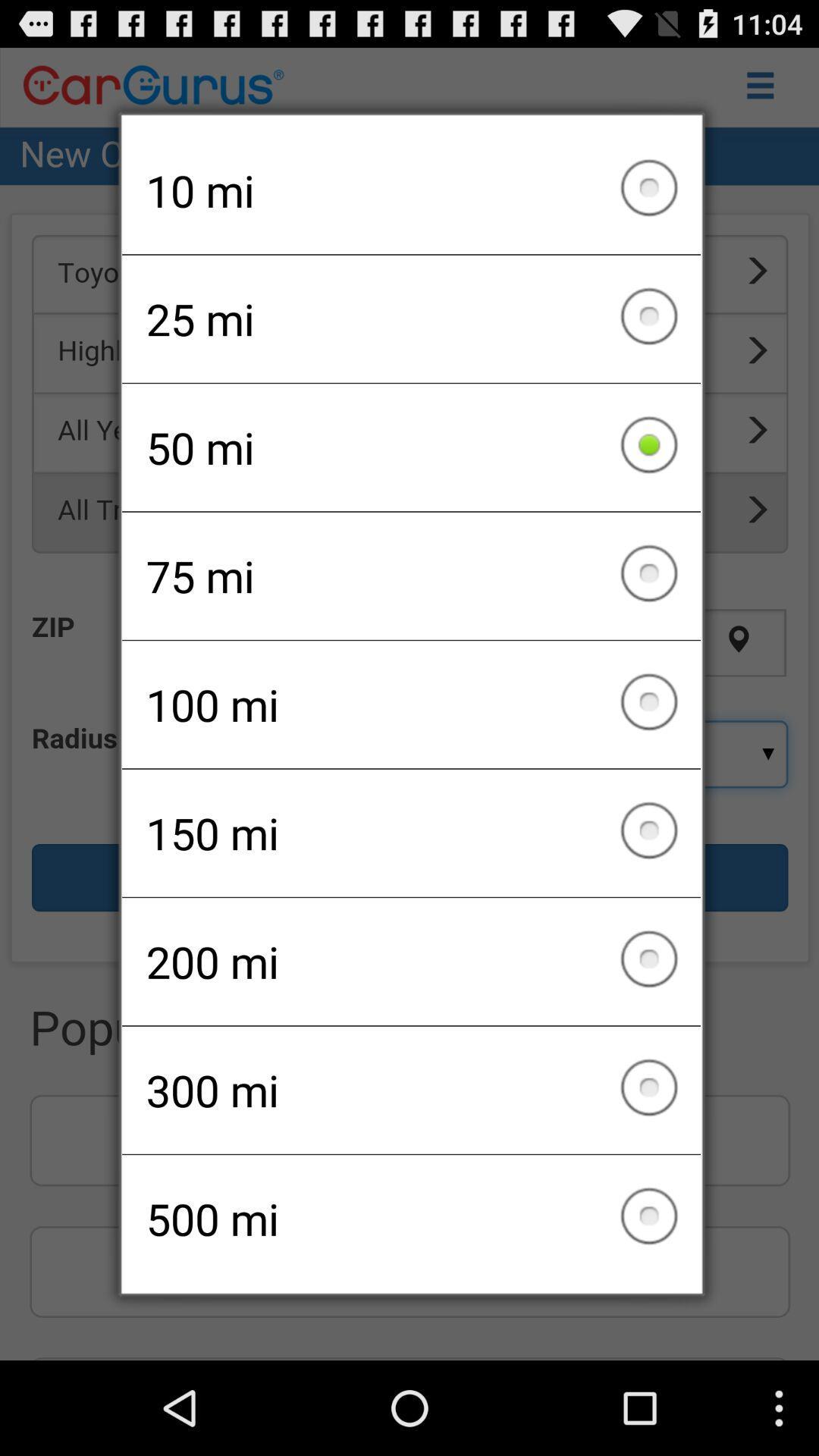 The height and width of the screenshot is (1456, 819). I want to click on the 75 mi icon, so click(411, 575).